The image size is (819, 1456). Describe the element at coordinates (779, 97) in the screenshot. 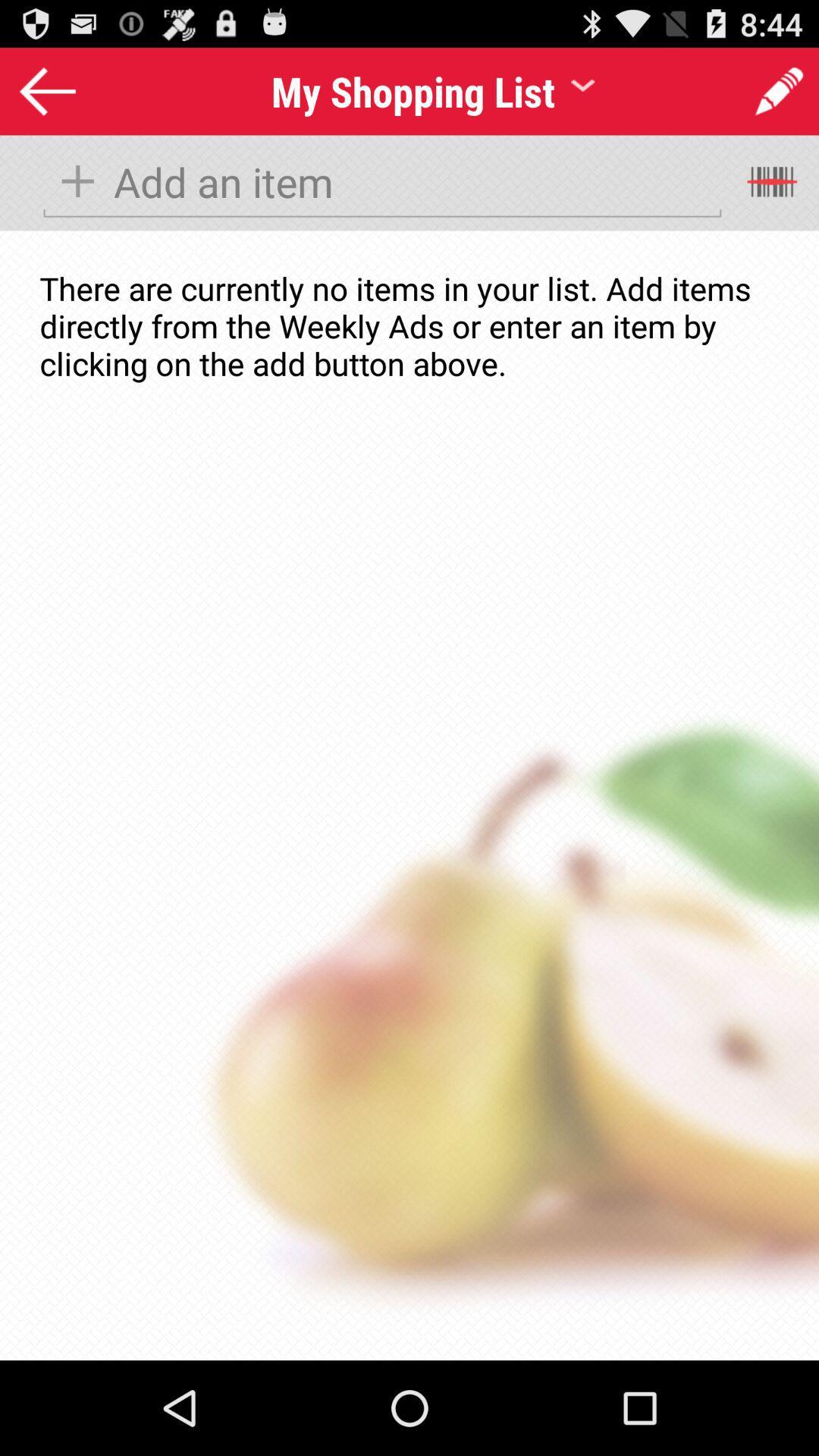

I see `the edit icon` at that location.